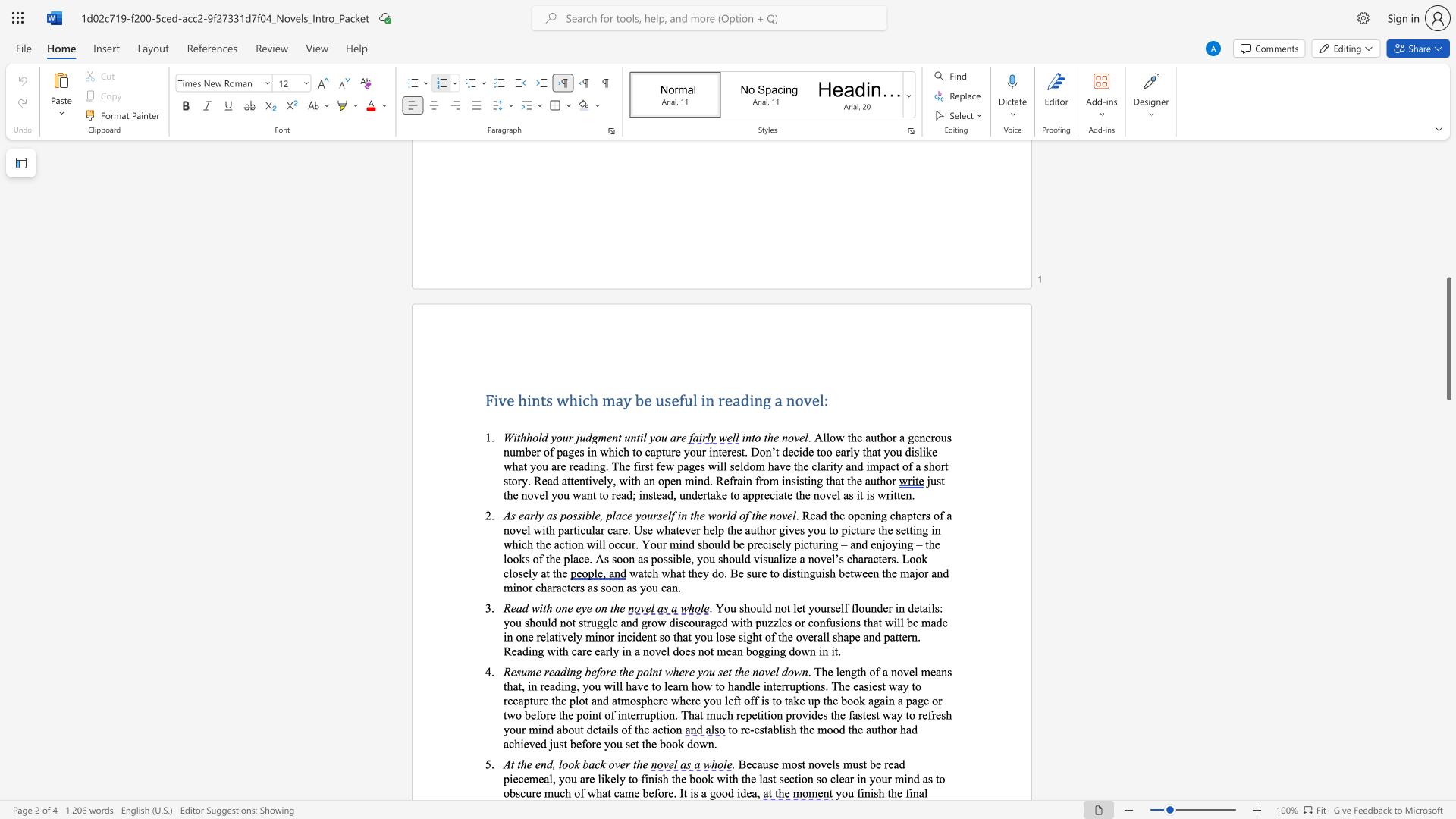  I want to click on the 1th character "h" in the text, so click(881, 792).